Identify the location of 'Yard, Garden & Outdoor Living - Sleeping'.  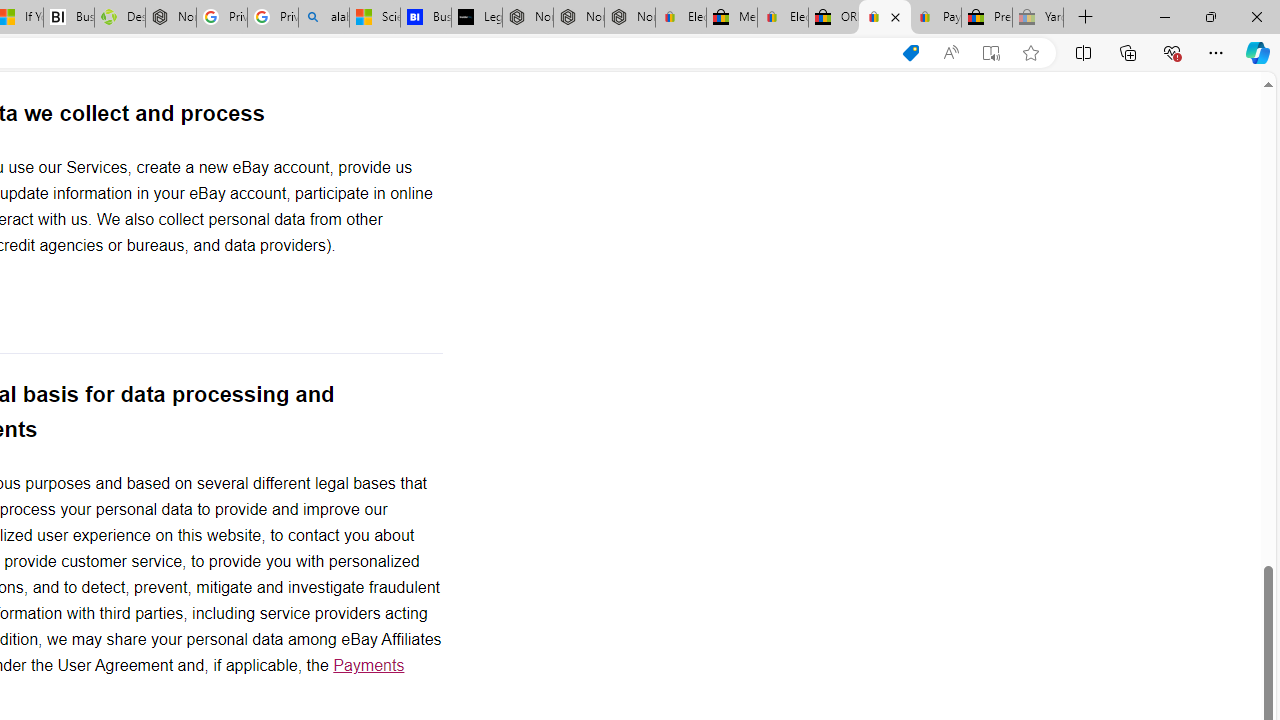
(1038, 17).